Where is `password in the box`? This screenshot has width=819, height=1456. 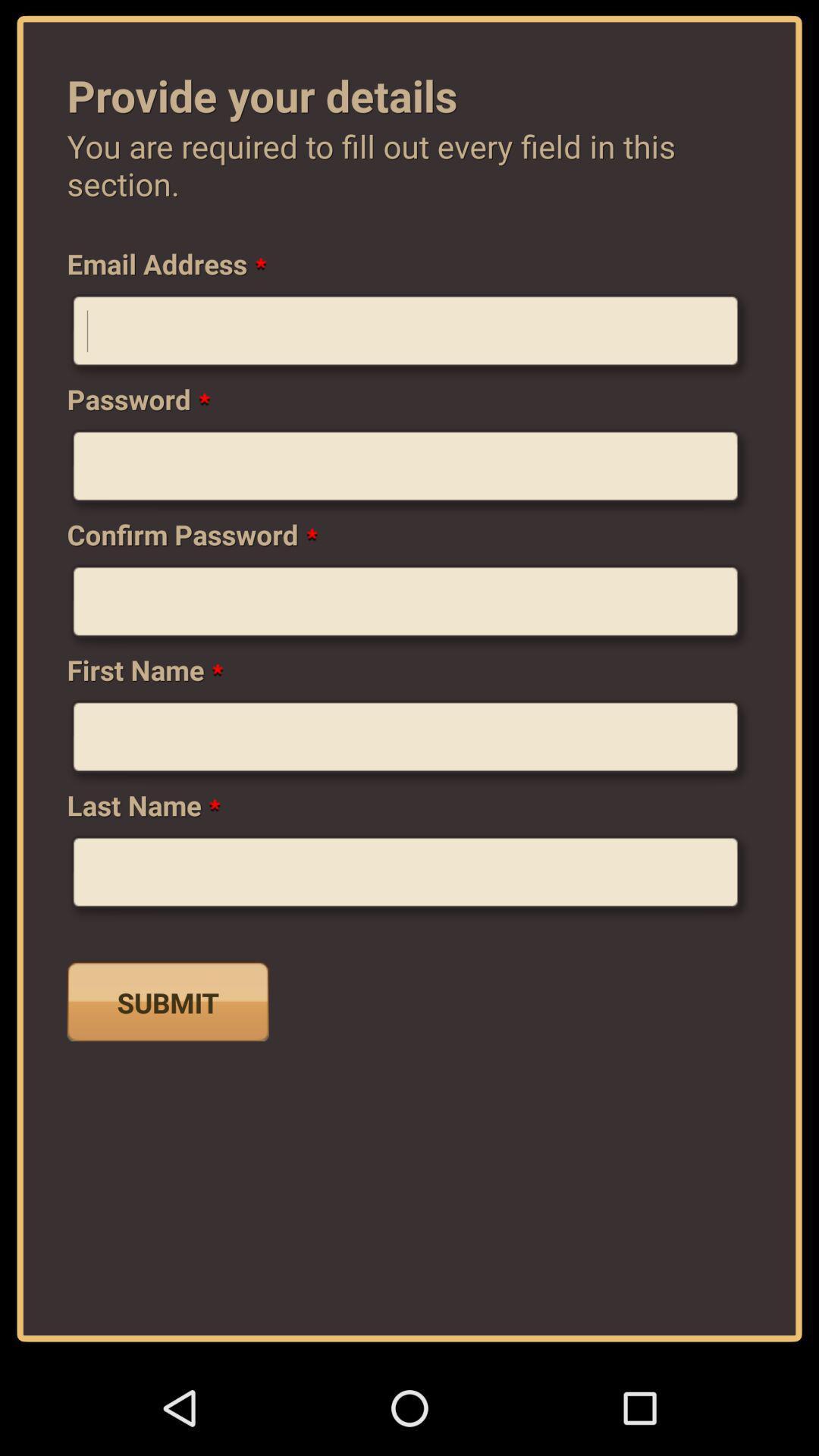
password in the box is located at coordinates (409, 471).